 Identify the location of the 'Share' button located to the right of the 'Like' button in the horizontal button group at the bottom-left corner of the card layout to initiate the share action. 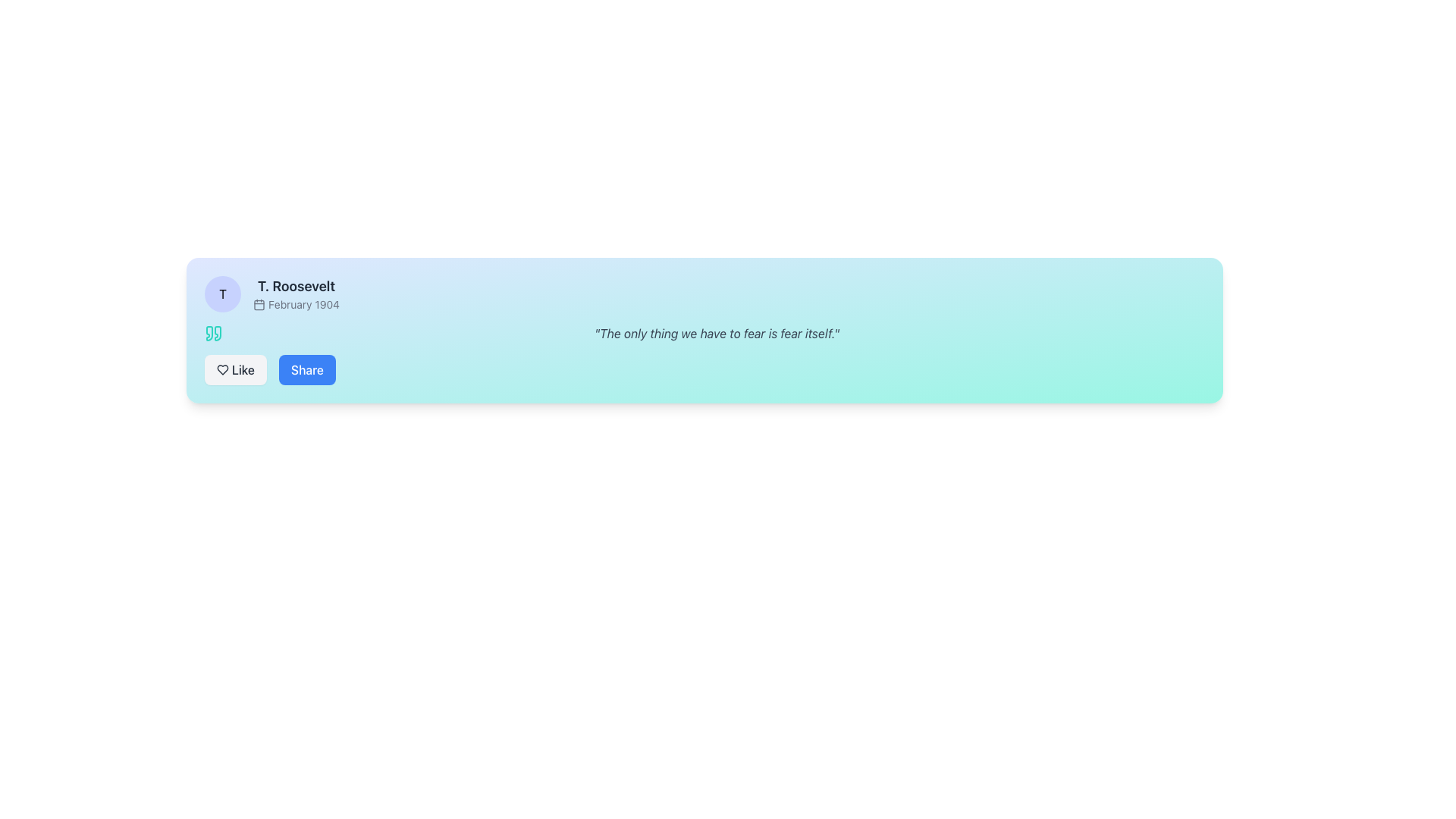
(306, 370).